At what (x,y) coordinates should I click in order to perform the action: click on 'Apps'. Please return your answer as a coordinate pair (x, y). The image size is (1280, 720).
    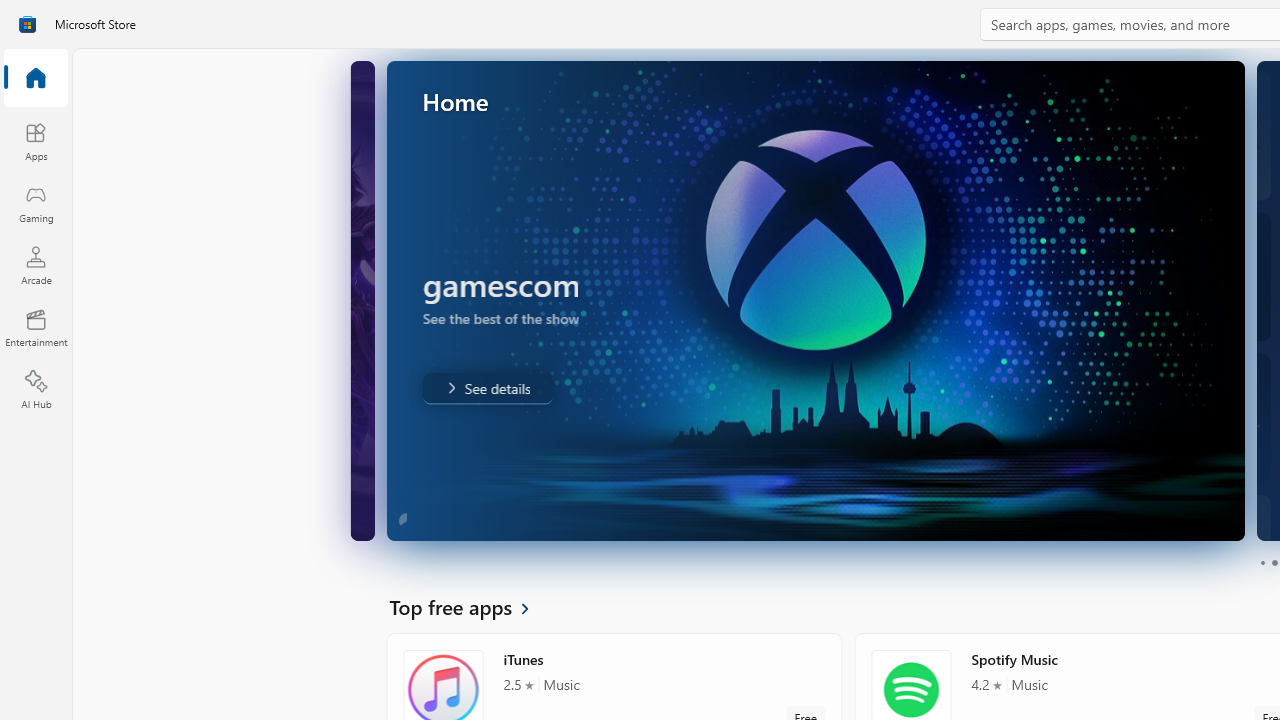
    Looking at the image, I should click on (35, 140).